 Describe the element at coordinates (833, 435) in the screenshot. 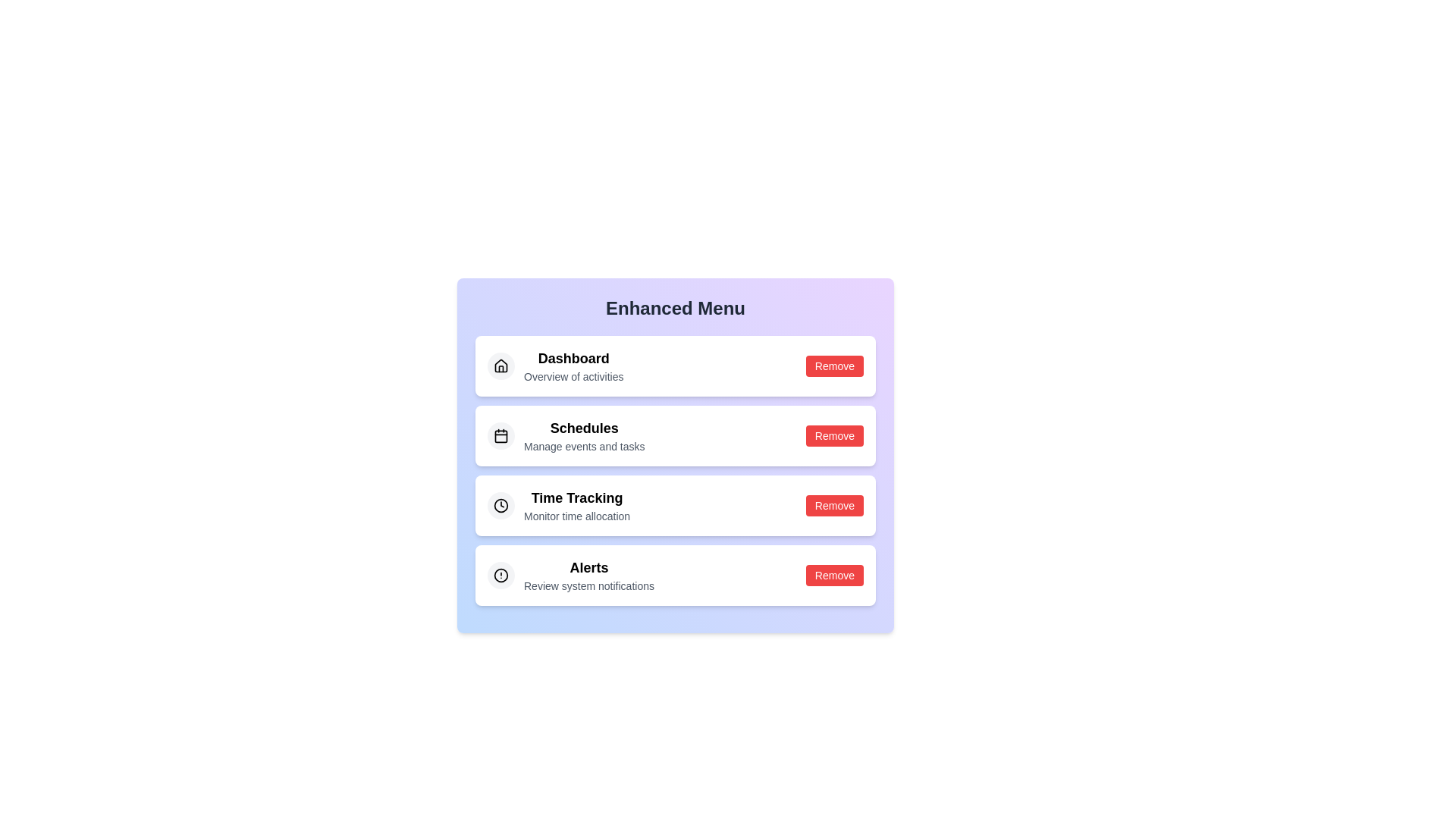

I see `the 'Remove' button for the item with title Schedules` at that location.